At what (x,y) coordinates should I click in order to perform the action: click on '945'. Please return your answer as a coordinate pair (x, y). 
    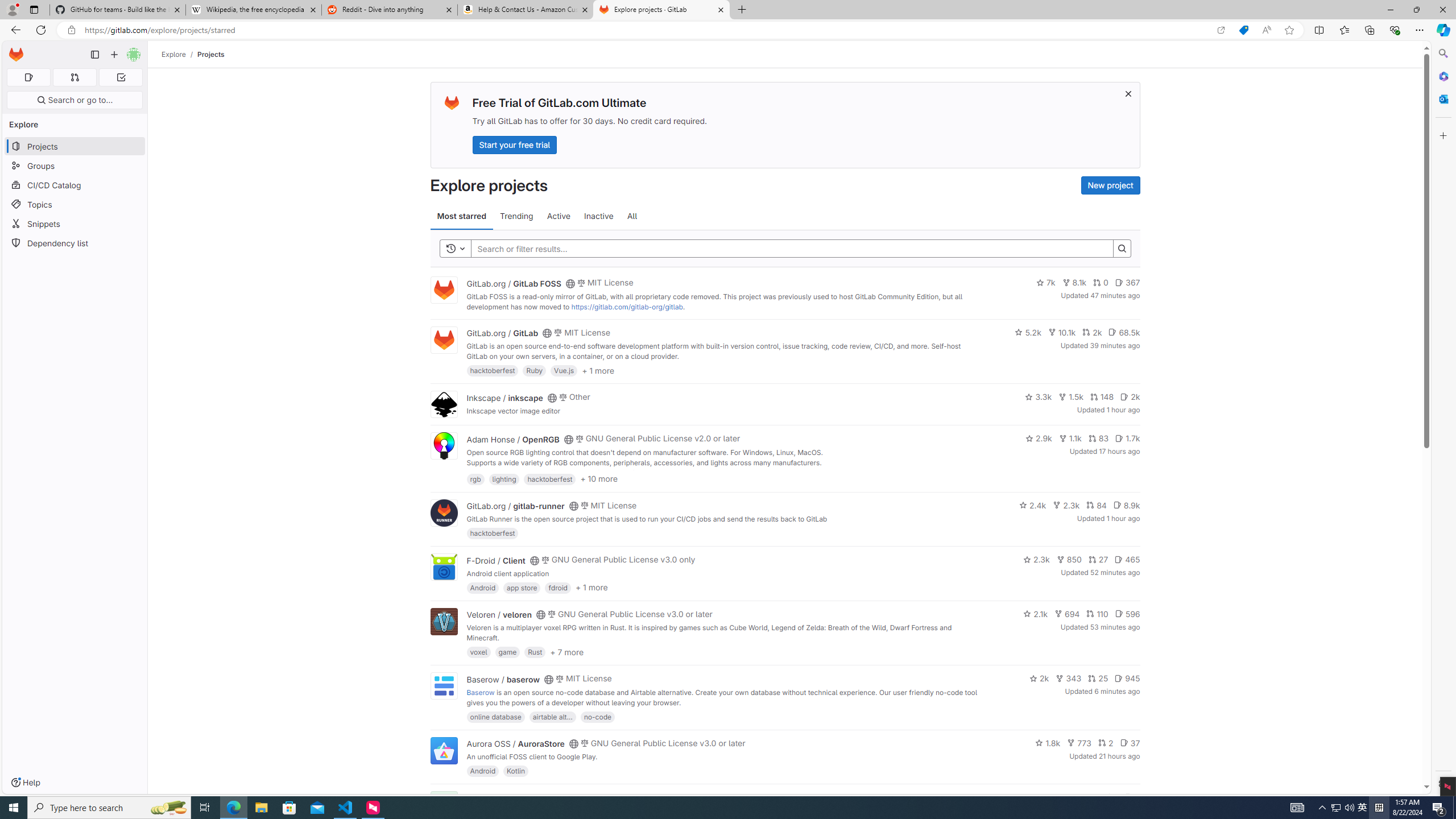
    Looking at the image, I should click on (1127, 678).